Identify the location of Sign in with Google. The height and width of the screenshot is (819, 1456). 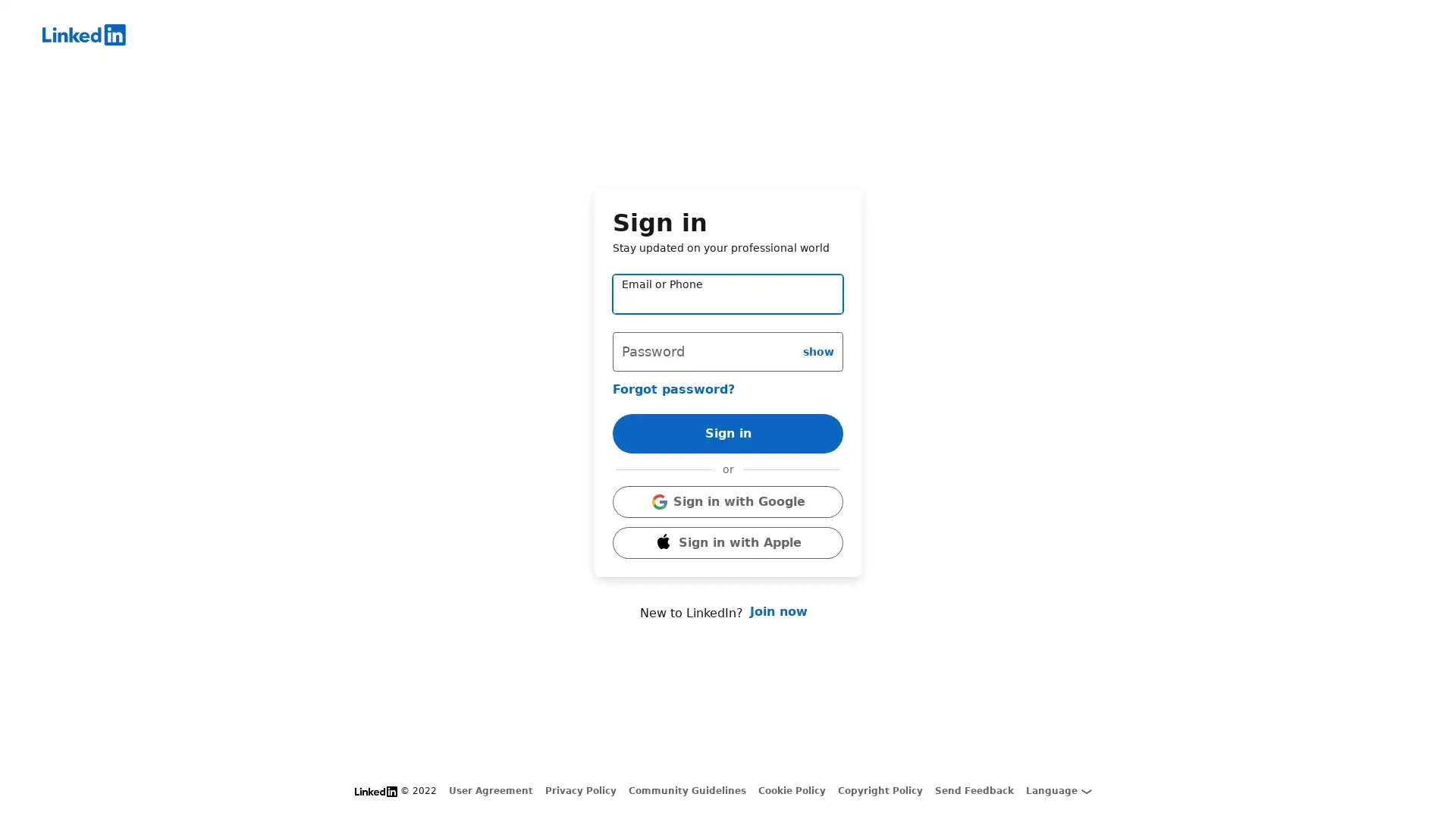
(728, 502).